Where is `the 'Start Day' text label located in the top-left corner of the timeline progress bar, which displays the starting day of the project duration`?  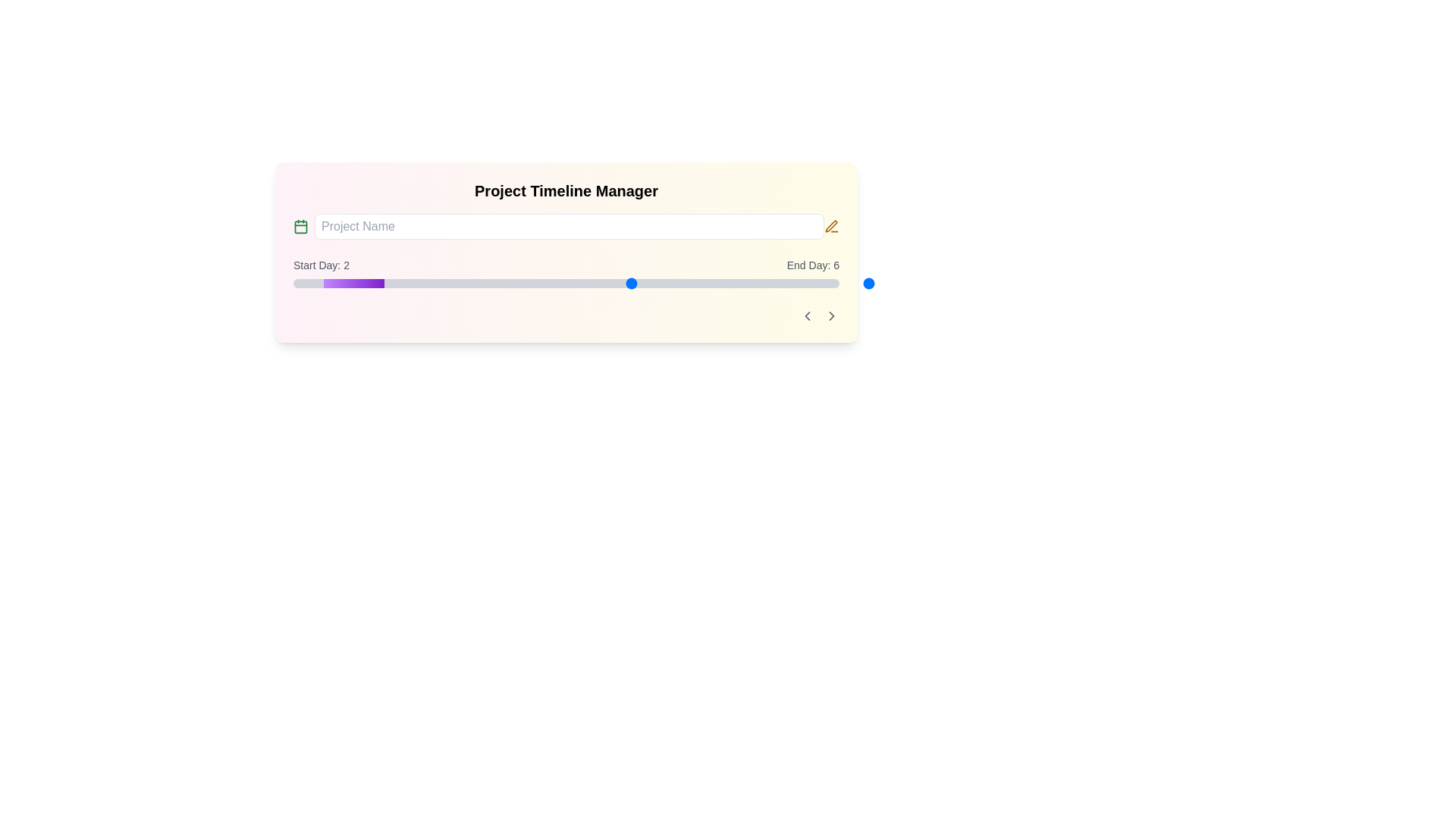
the 'Start Day' text label located in the top-left corner of the timeline progress bar, which displays the starting day of the project duration is located at coordinates (320, 265).